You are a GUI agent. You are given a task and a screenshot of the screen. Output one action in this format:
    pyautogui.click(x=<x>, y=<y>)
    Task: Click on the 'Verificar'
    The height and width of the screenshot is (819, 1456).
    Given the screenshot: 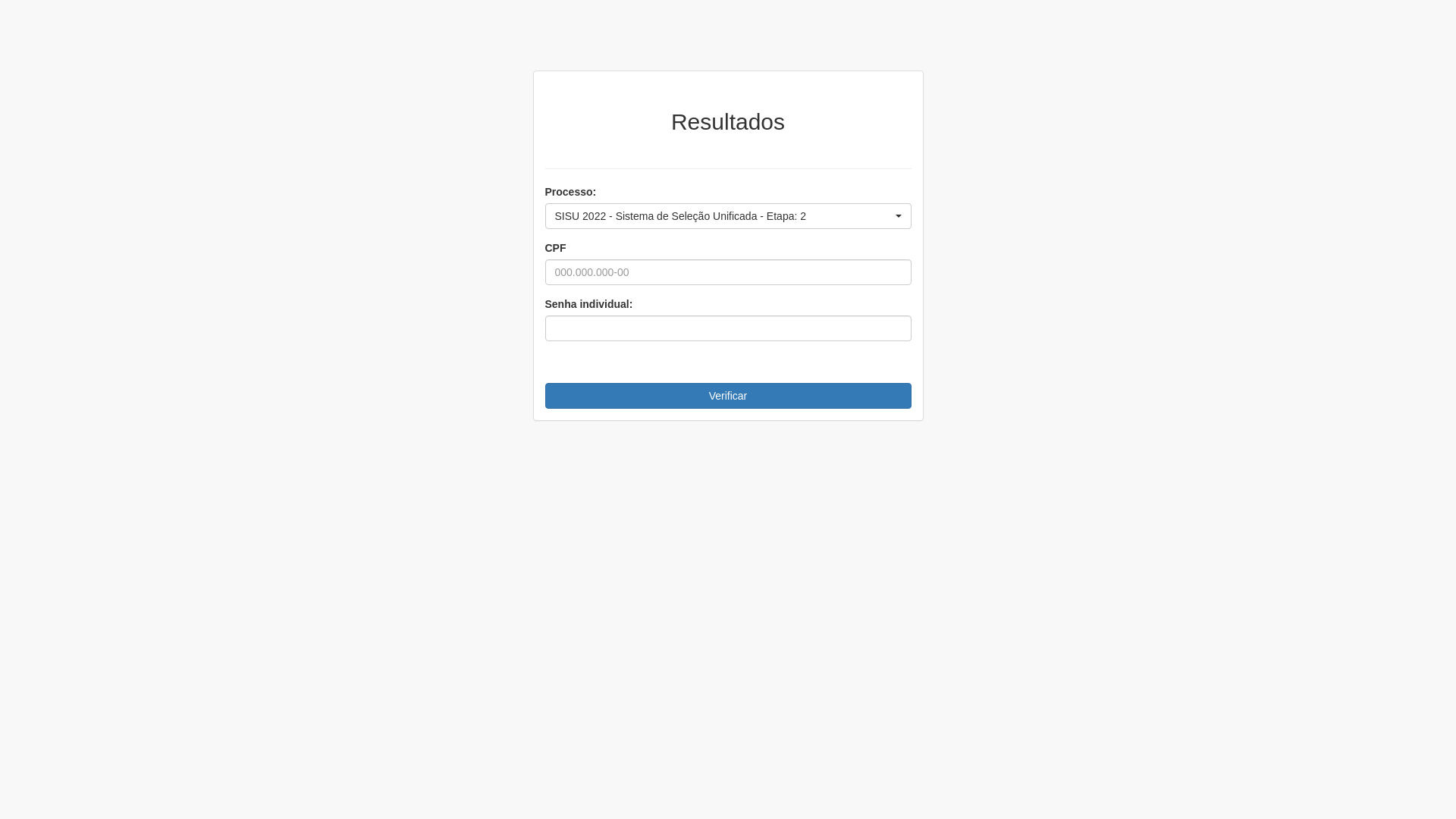 What is the action you would take?
    pyautogui.click(x=726, y=394)
    